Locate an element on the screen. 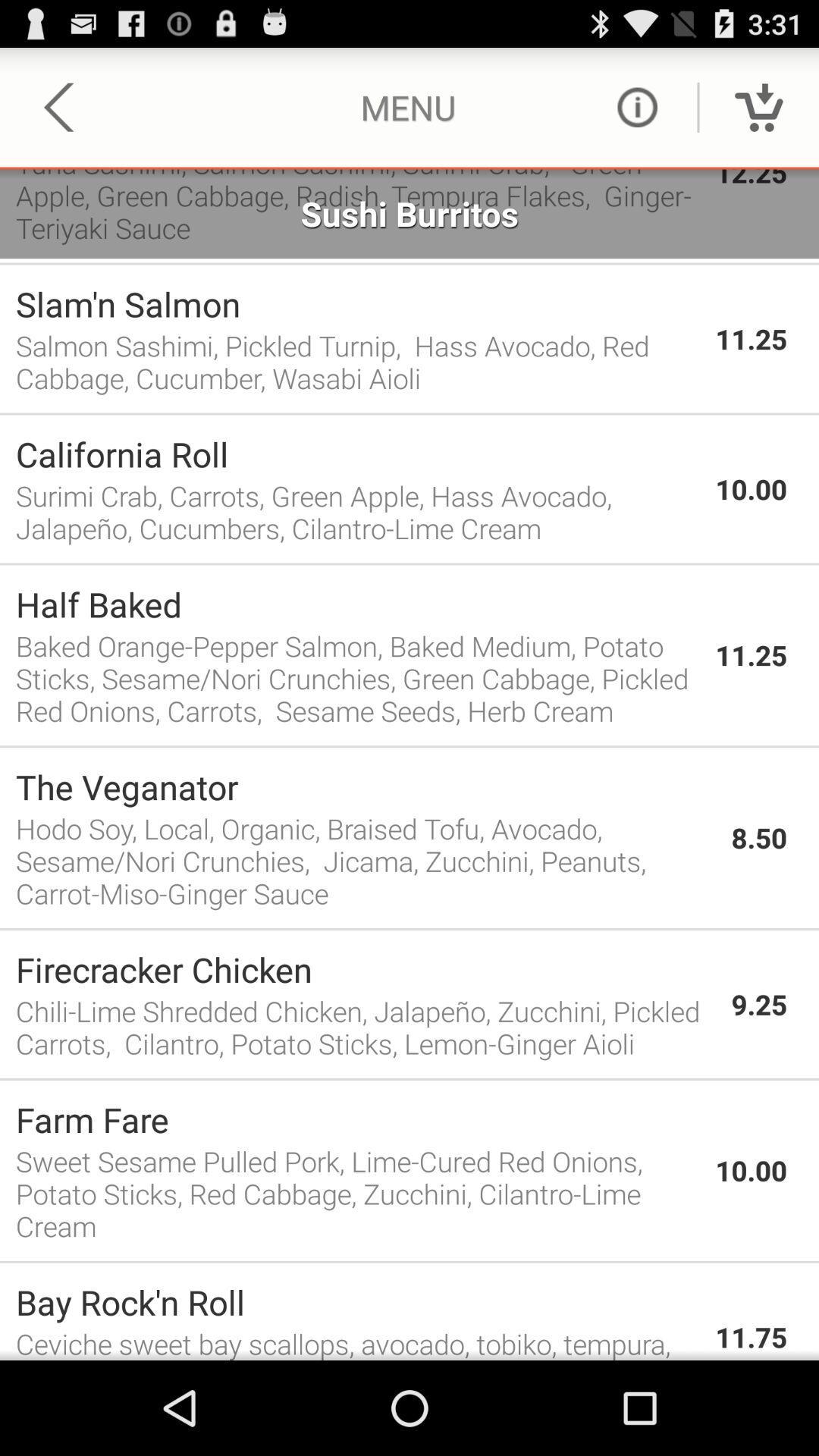 This screenshot has width=819, height=1456. app below the chili lime shredded is located at coordinates (409, 1078).